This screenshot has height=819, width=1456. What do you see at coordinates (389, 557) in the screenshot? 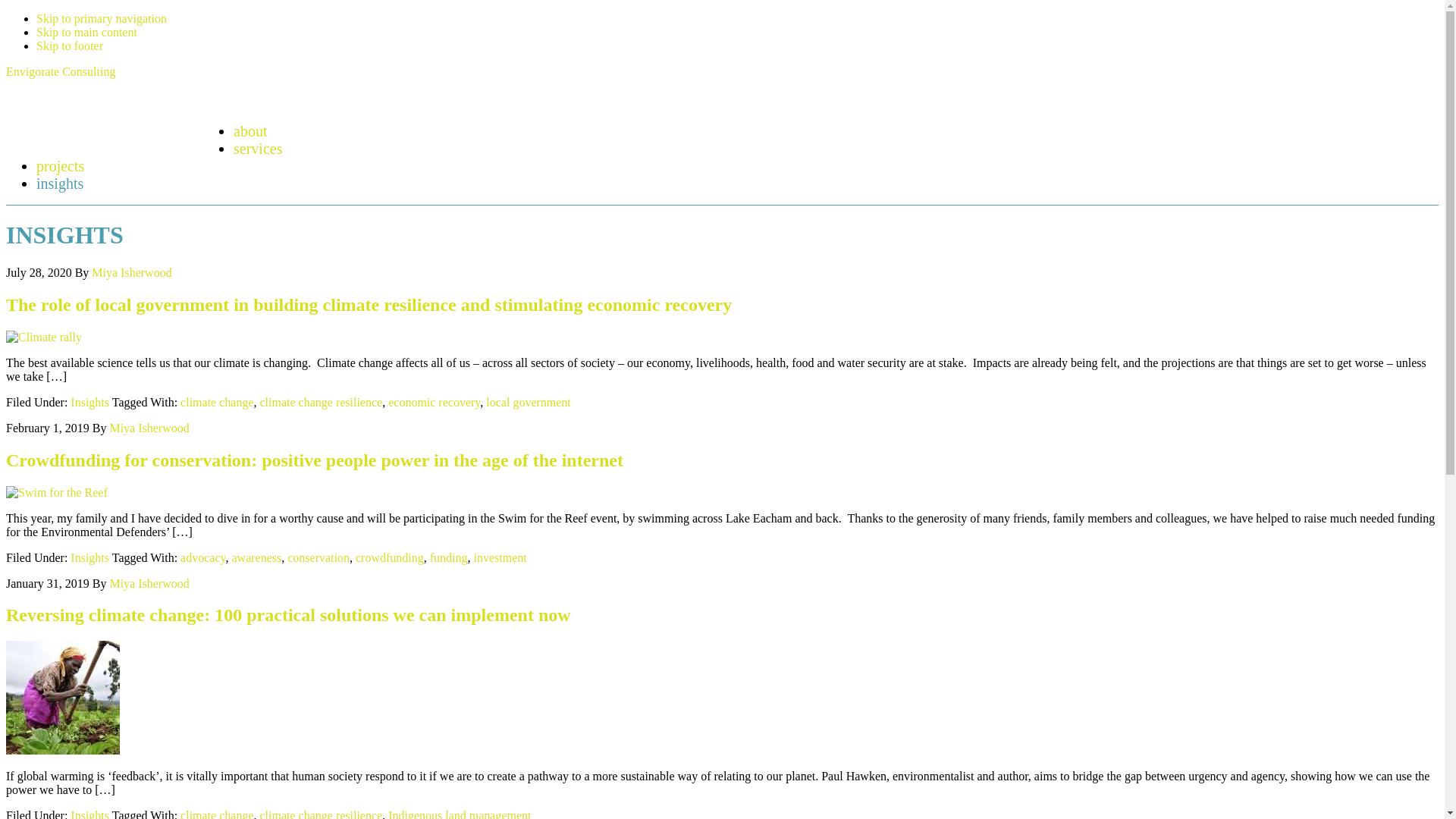
I see `'crowdfunding'` at bounding box center [389, 557].